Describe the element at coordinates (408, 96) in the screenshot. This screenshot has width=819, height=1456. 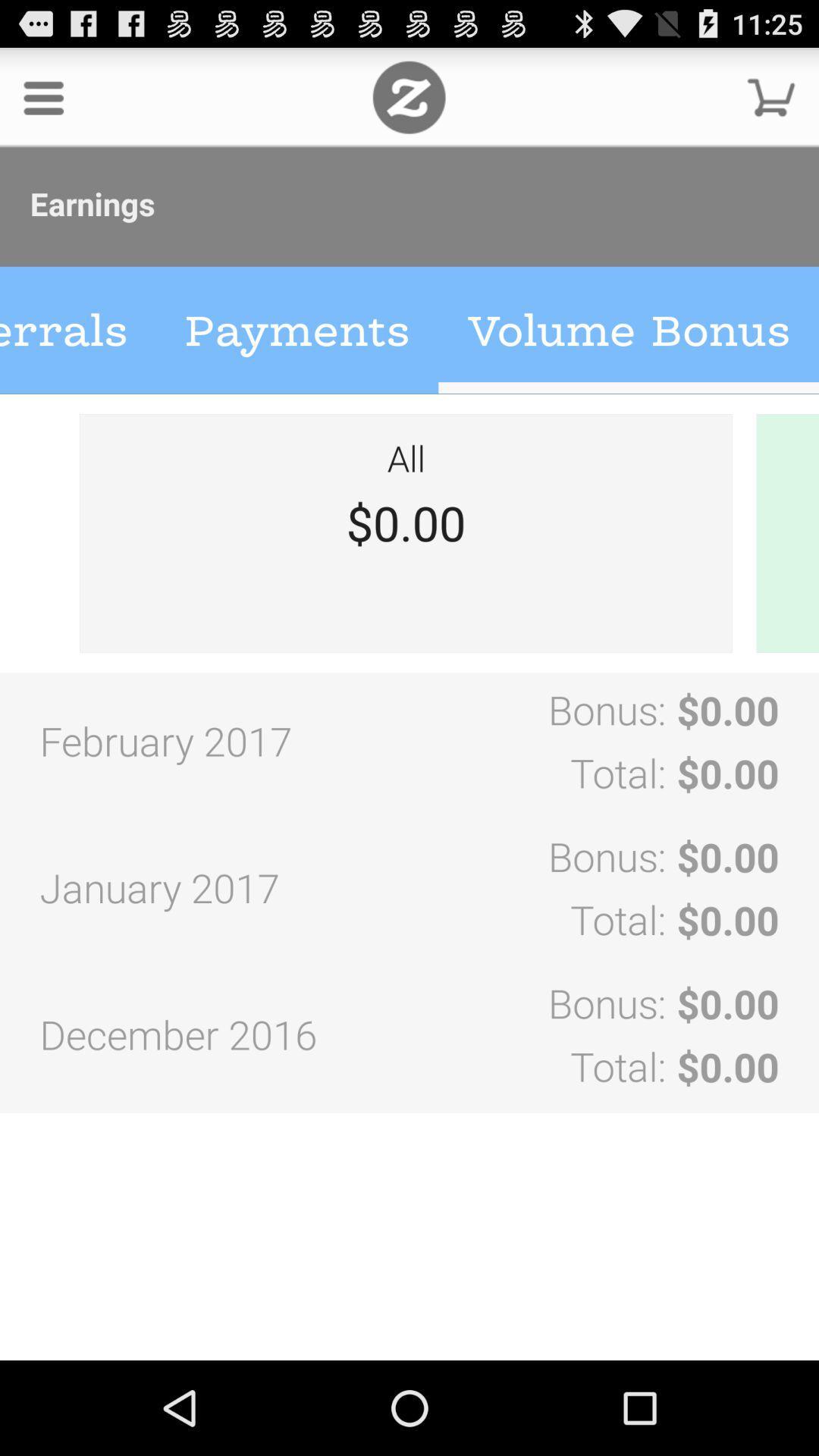
I see `the symbol next to menu` at that location.